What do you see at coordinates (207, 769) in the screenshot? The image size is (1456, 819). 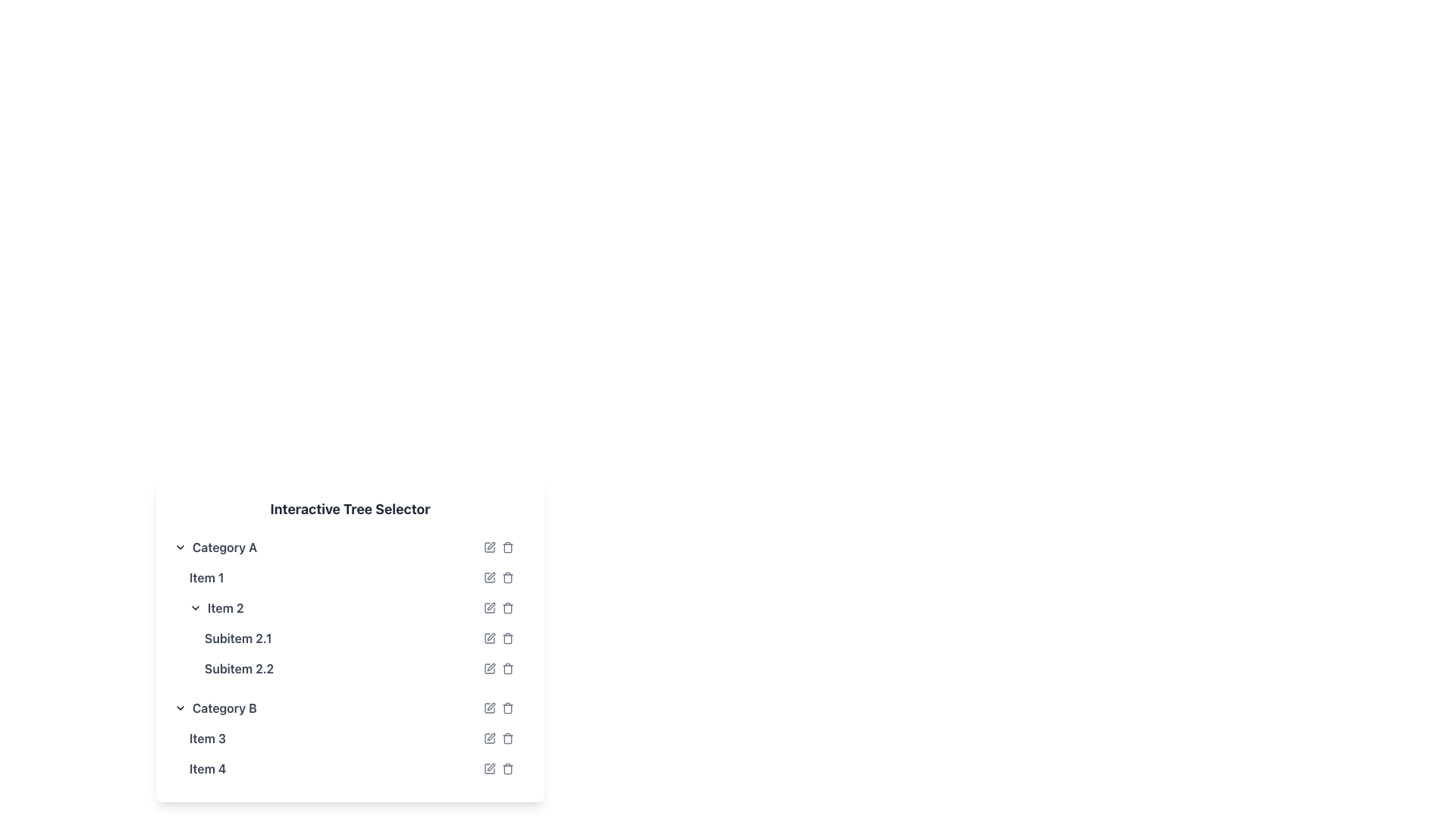 I see `the text label that identifies an item within 'Category B' in the hierarchical selection list, positioned immediately below 'Item 3'` at bounding box center [207, 769].